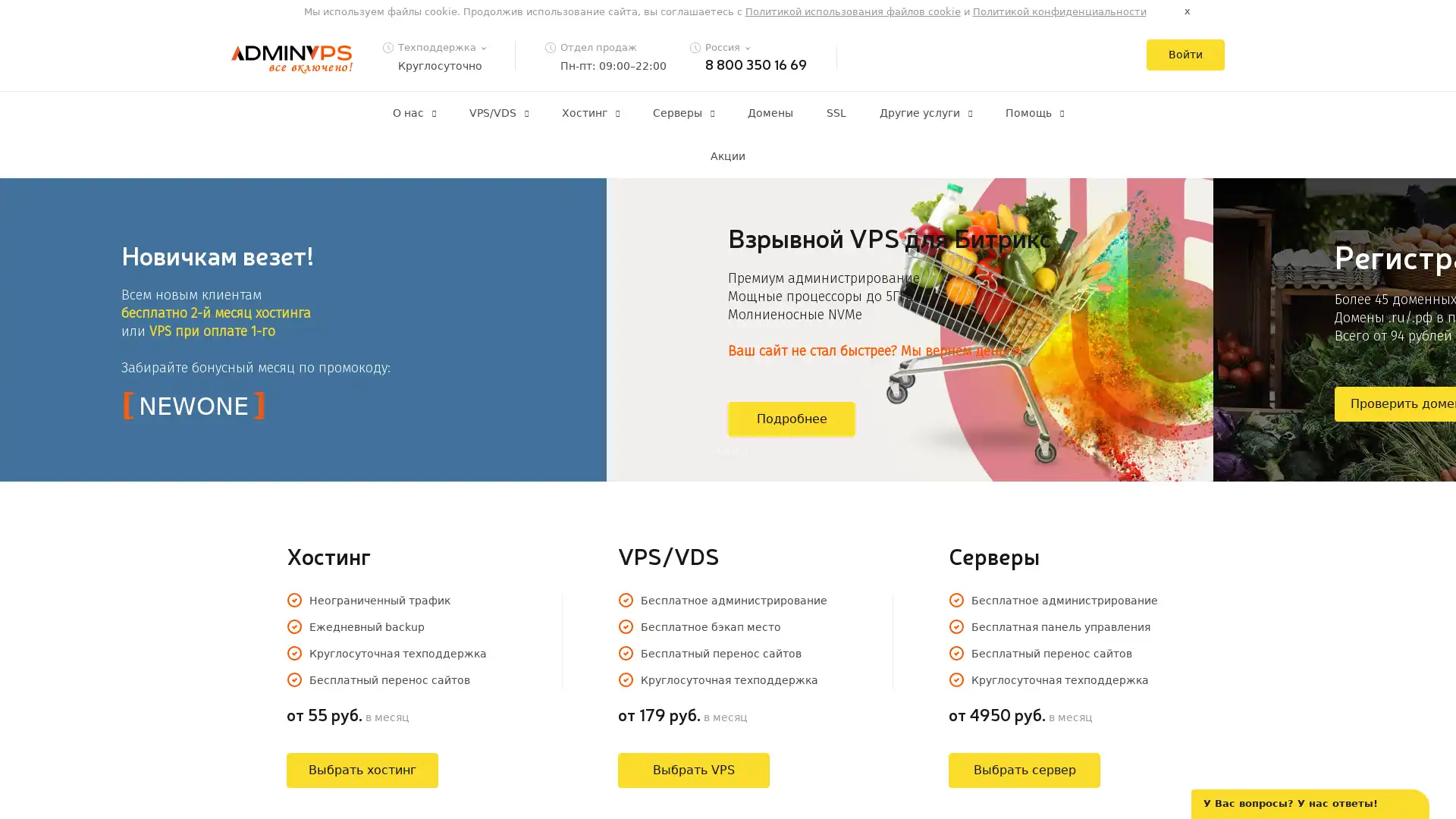 This screenshot has width=1456, height=819. Describe the element at coordinates (72, 332) in the screenshot. I see `Previous` at that location.